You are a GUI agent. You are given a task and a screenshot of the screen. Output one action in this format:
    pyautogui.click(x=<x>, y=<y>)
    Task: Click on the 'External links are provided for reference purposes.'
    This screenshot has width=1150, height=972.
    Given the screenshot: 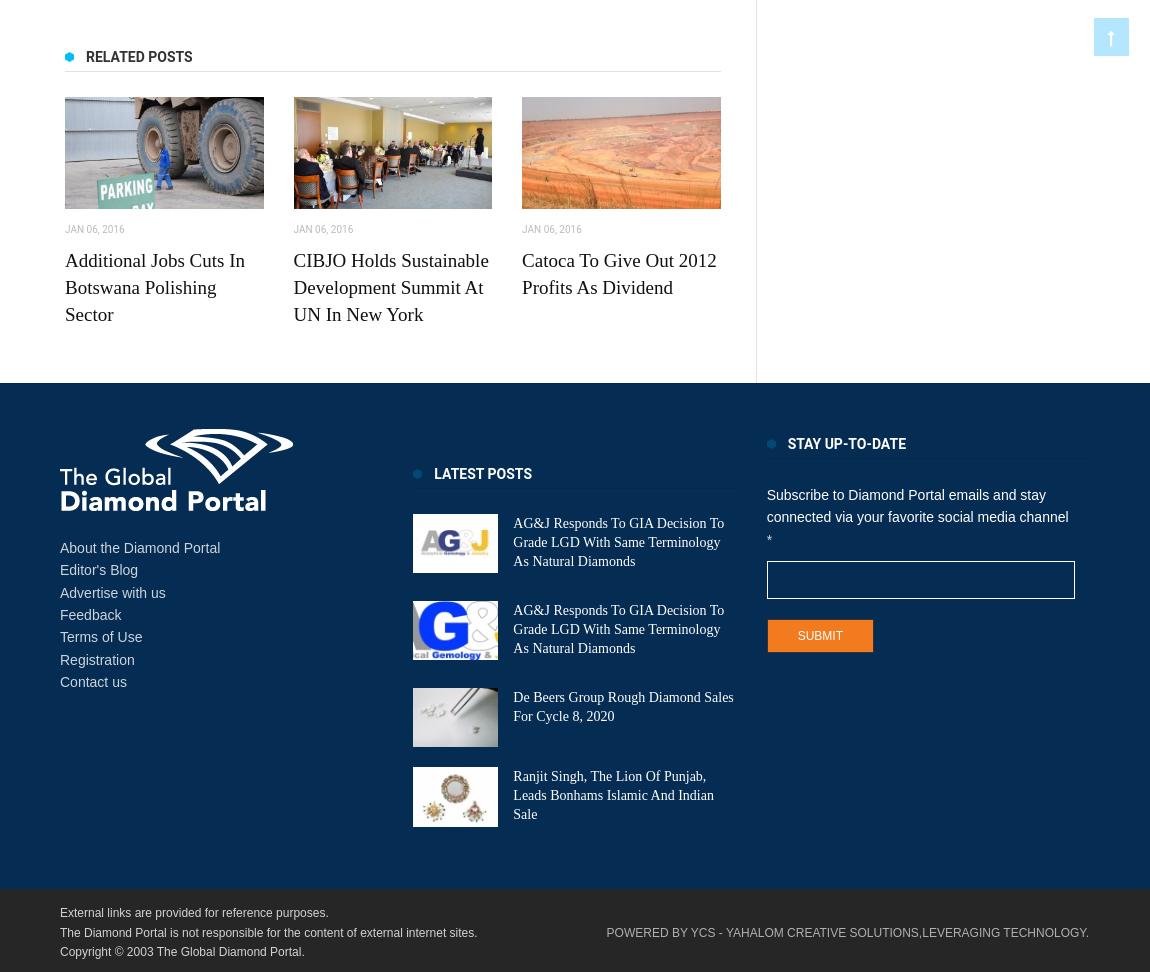 What is the action you would take?
    pyautogui.click(x=193, y=911)
    